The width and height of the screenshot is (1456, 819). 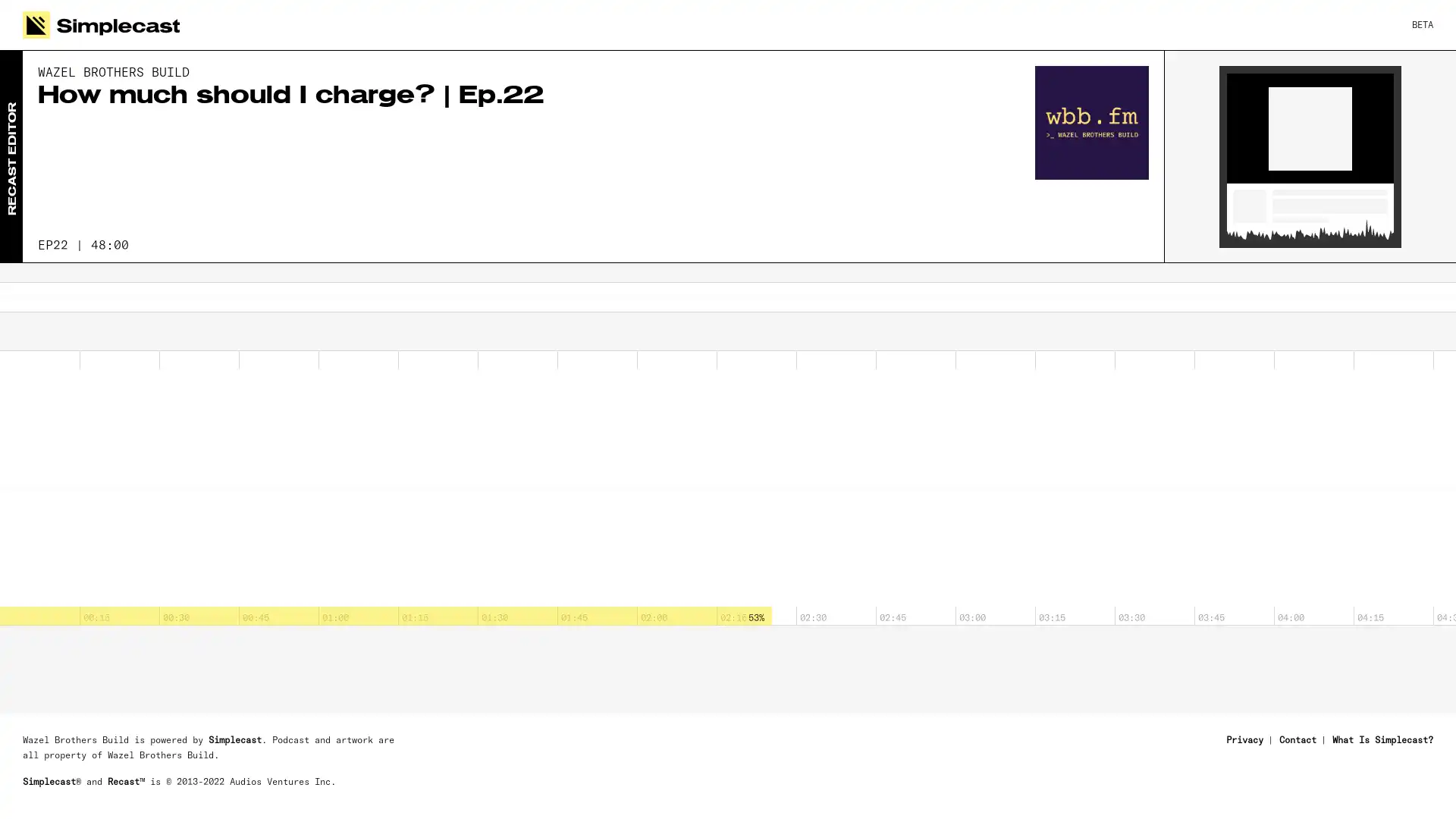 I want to click on 30s, so click(x=37, y=335).